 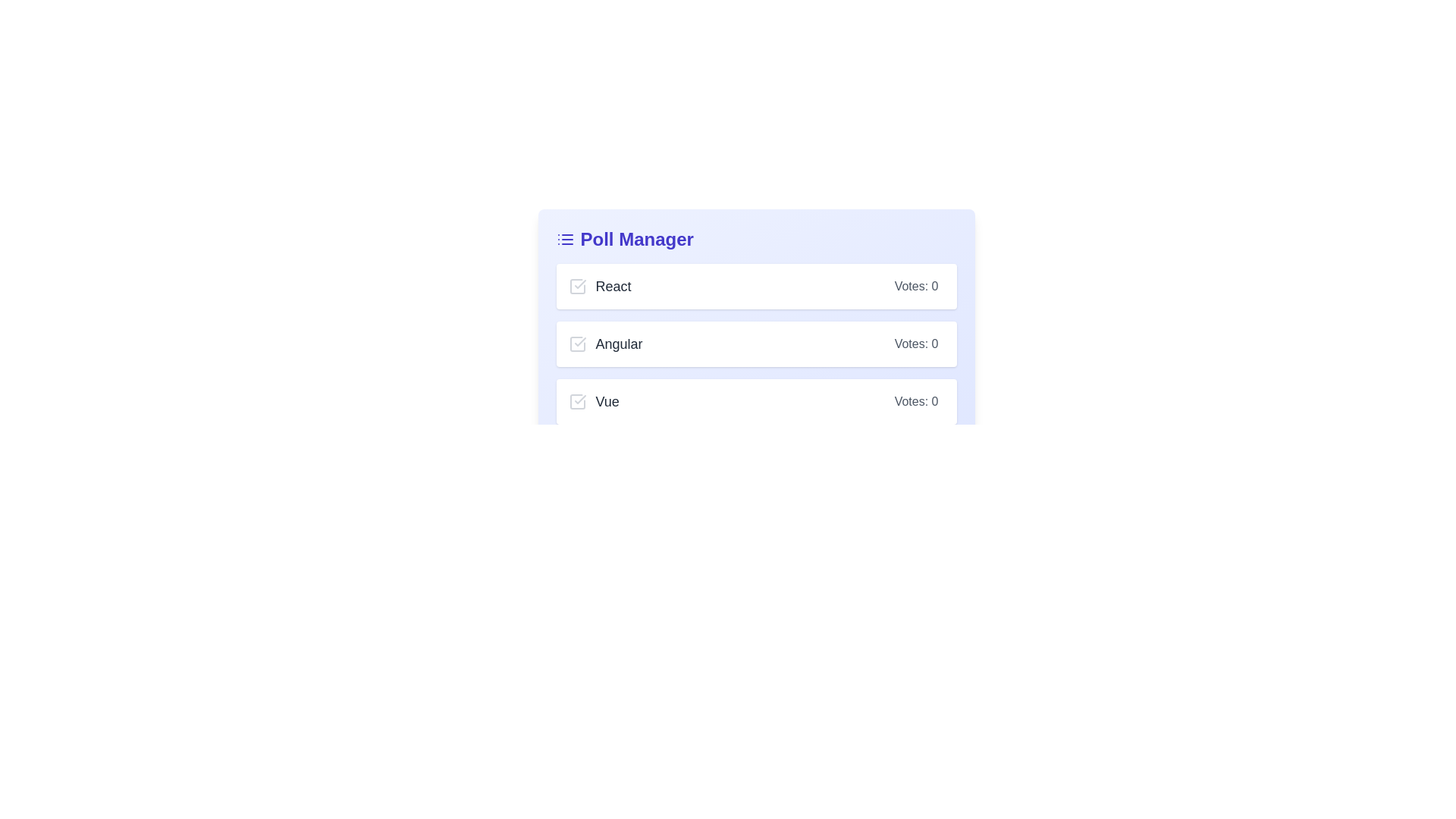 What do you see at coordinates (579, 399) in the screenshot?
I see `the checkmark icon representing the 'Vue' option` at bounding box center [579, 399].